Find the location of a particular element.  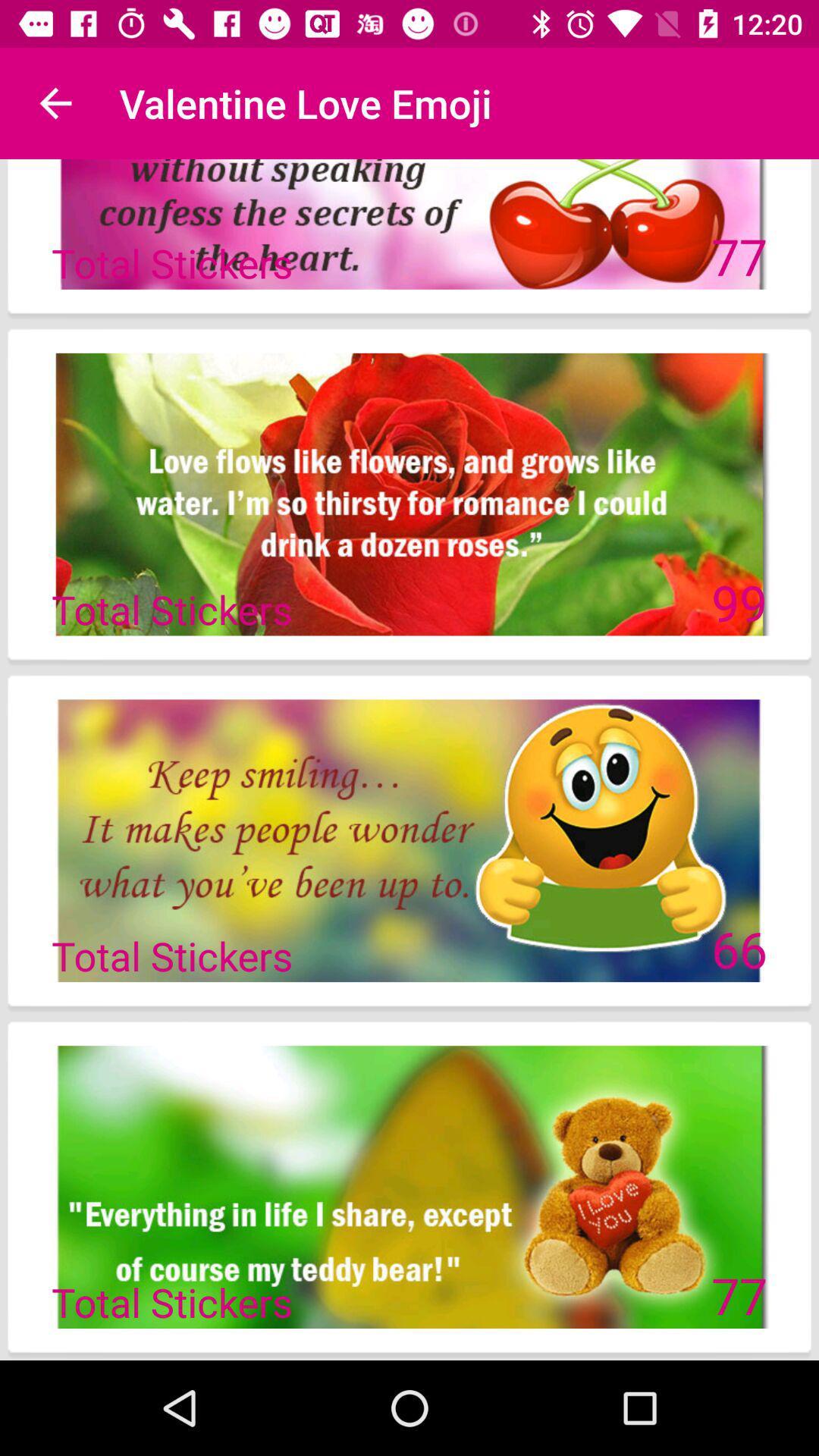

66 item is located at coordinates (739, 948).